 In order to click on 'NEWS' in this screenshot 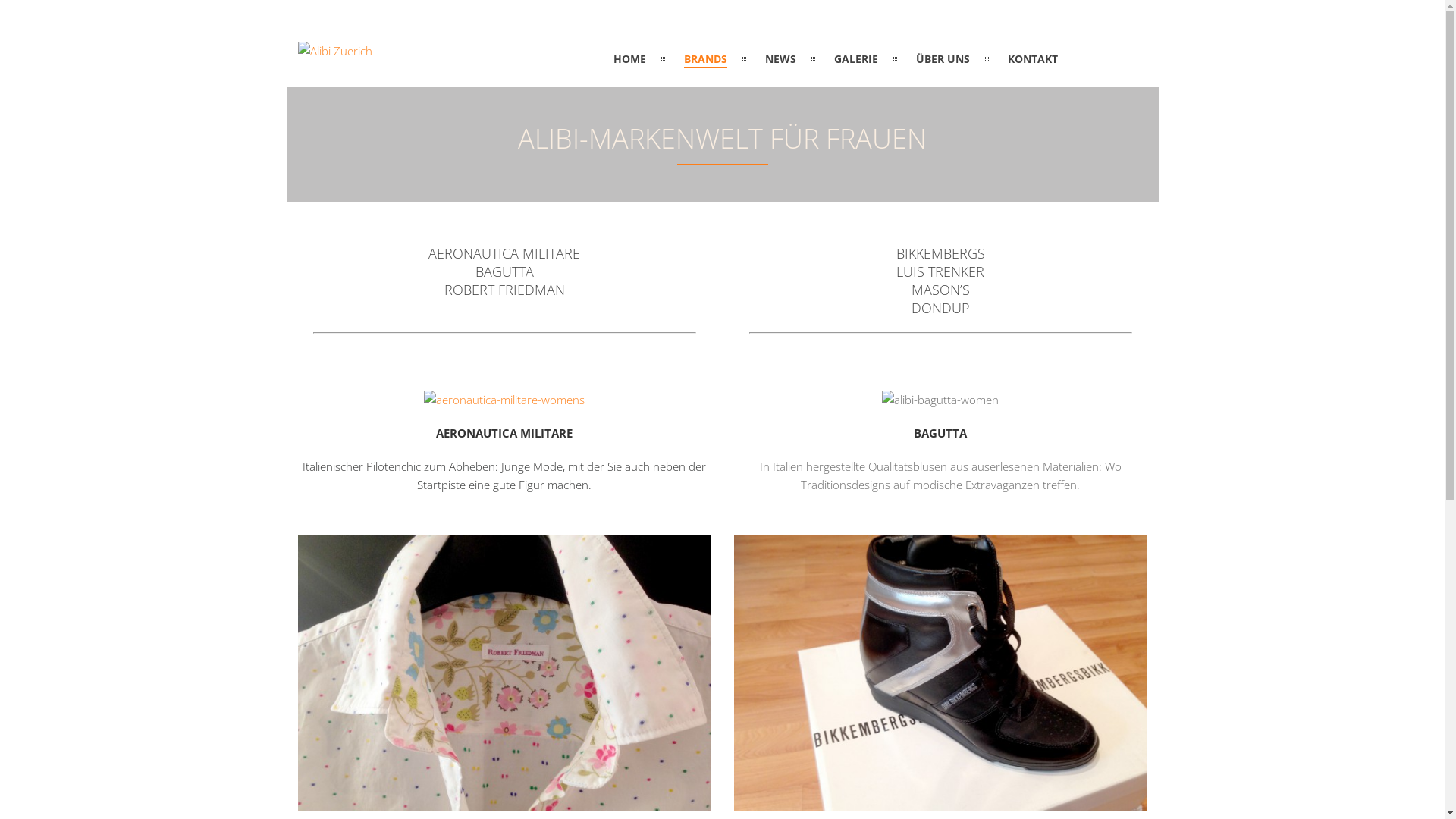, I will do `click(780, 58)`.